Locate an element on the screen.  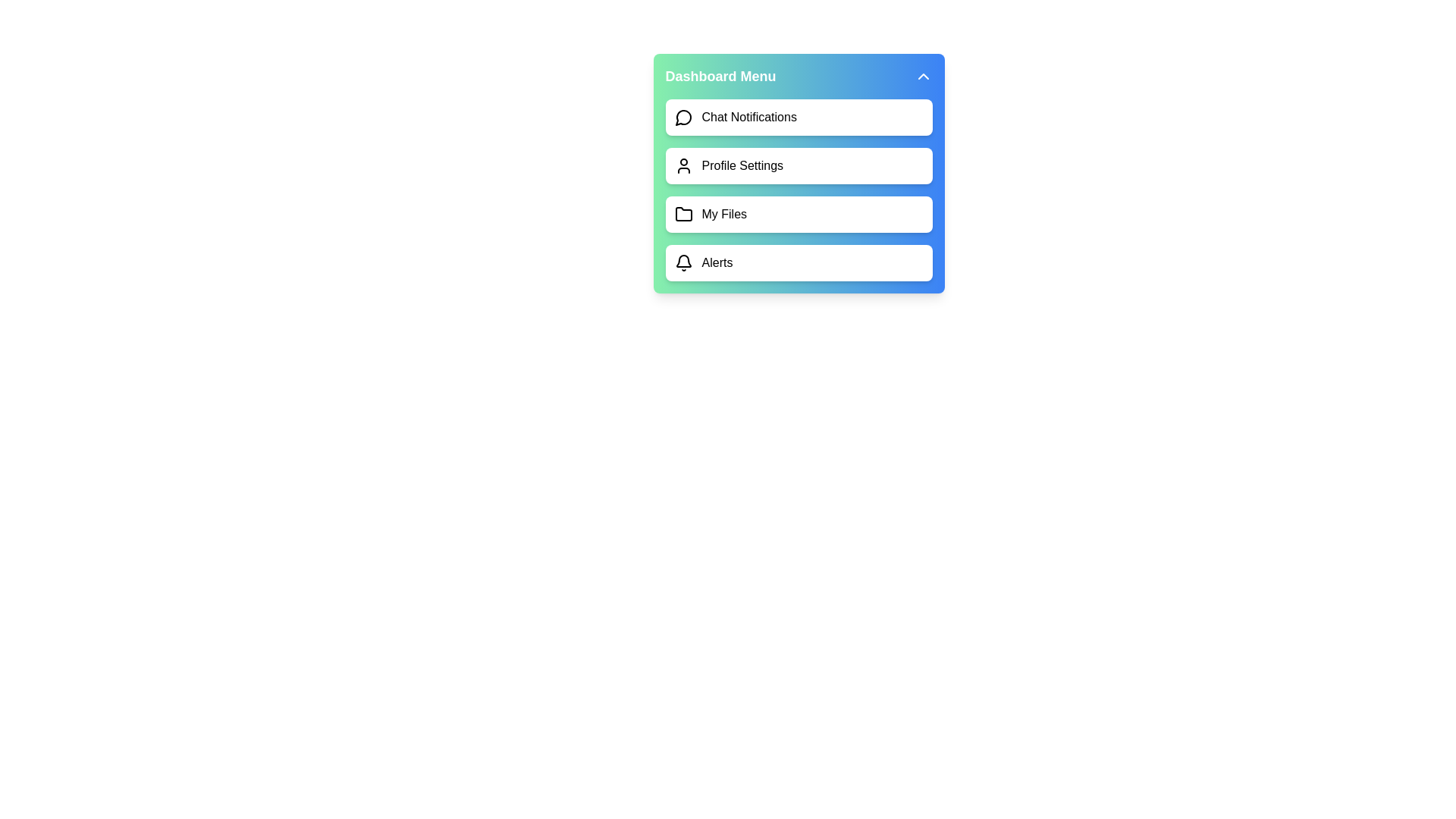
the menu item My Files by clicking on it is located at coordinates (798, 214).